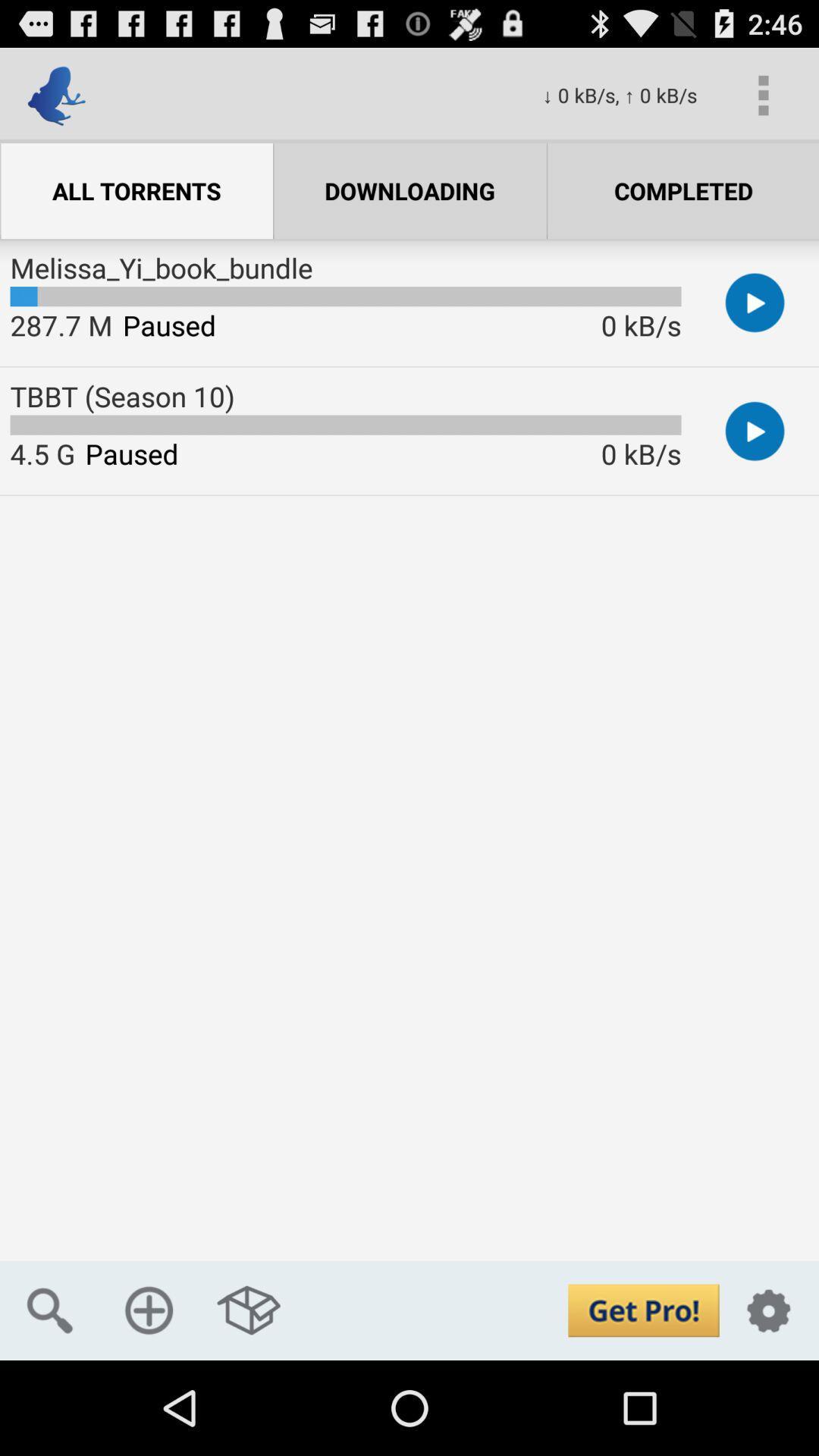 The image size is (819, 1456). Describe the element at coordinates (121, 396) in the screenshot. I see `the tbbt (season 10) icon` at that location.